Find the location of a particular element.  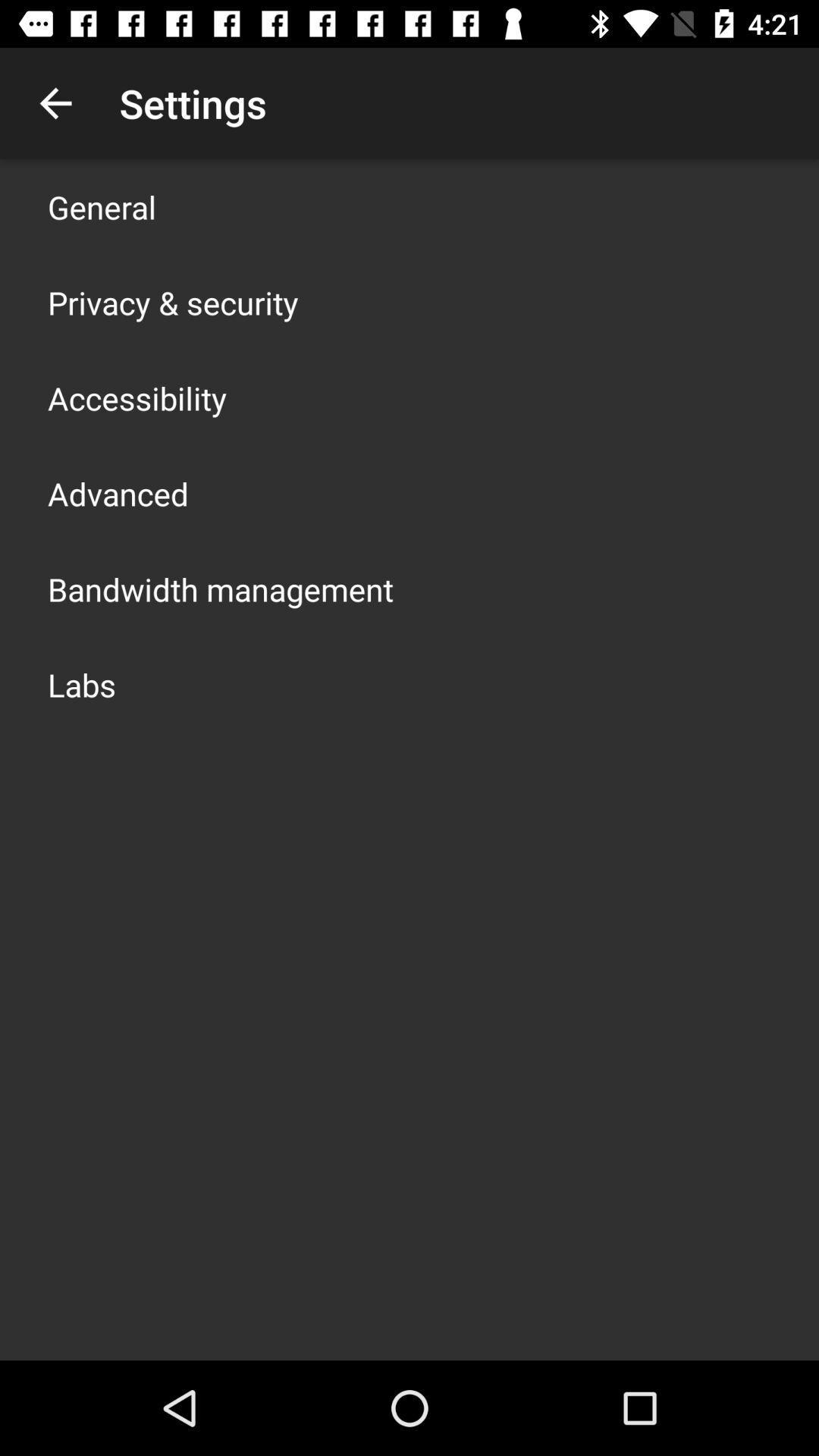

the accessibility app is located at coordinates (137, 397).